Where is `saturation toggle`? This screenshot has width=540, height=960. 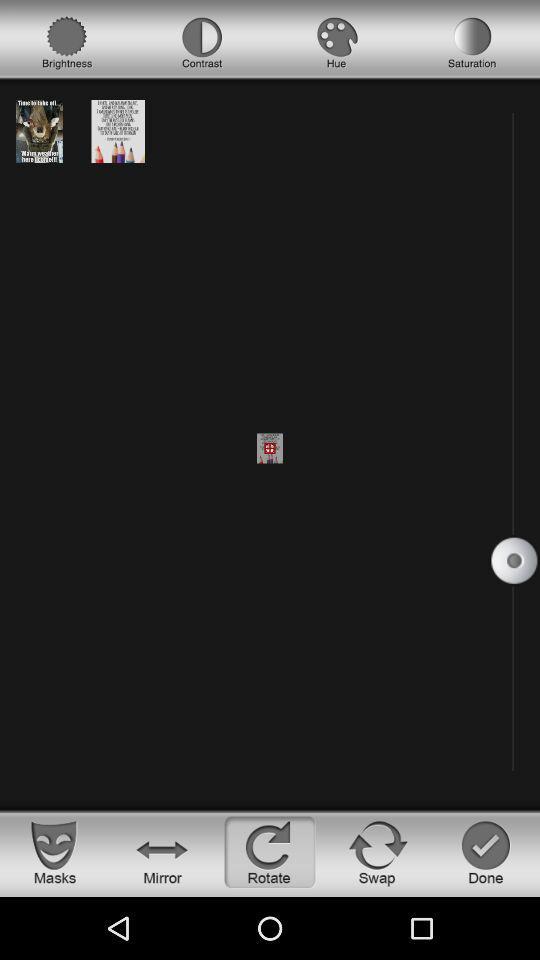 saturation toggle is located at coordinates (472, 42).